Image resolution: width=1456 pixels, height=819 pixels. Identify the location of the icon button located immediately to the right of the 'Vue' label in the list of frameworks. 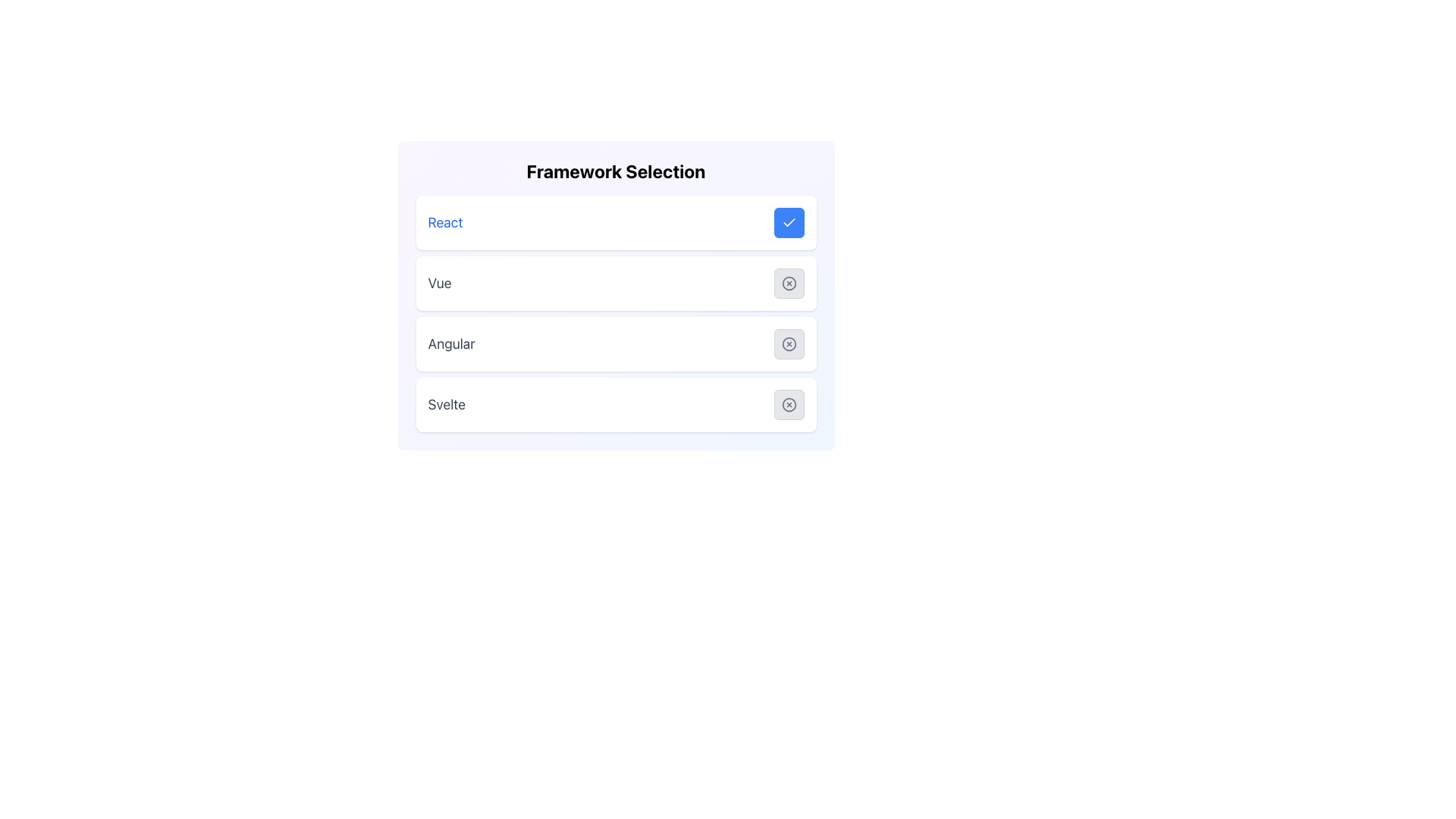
(789, 284).